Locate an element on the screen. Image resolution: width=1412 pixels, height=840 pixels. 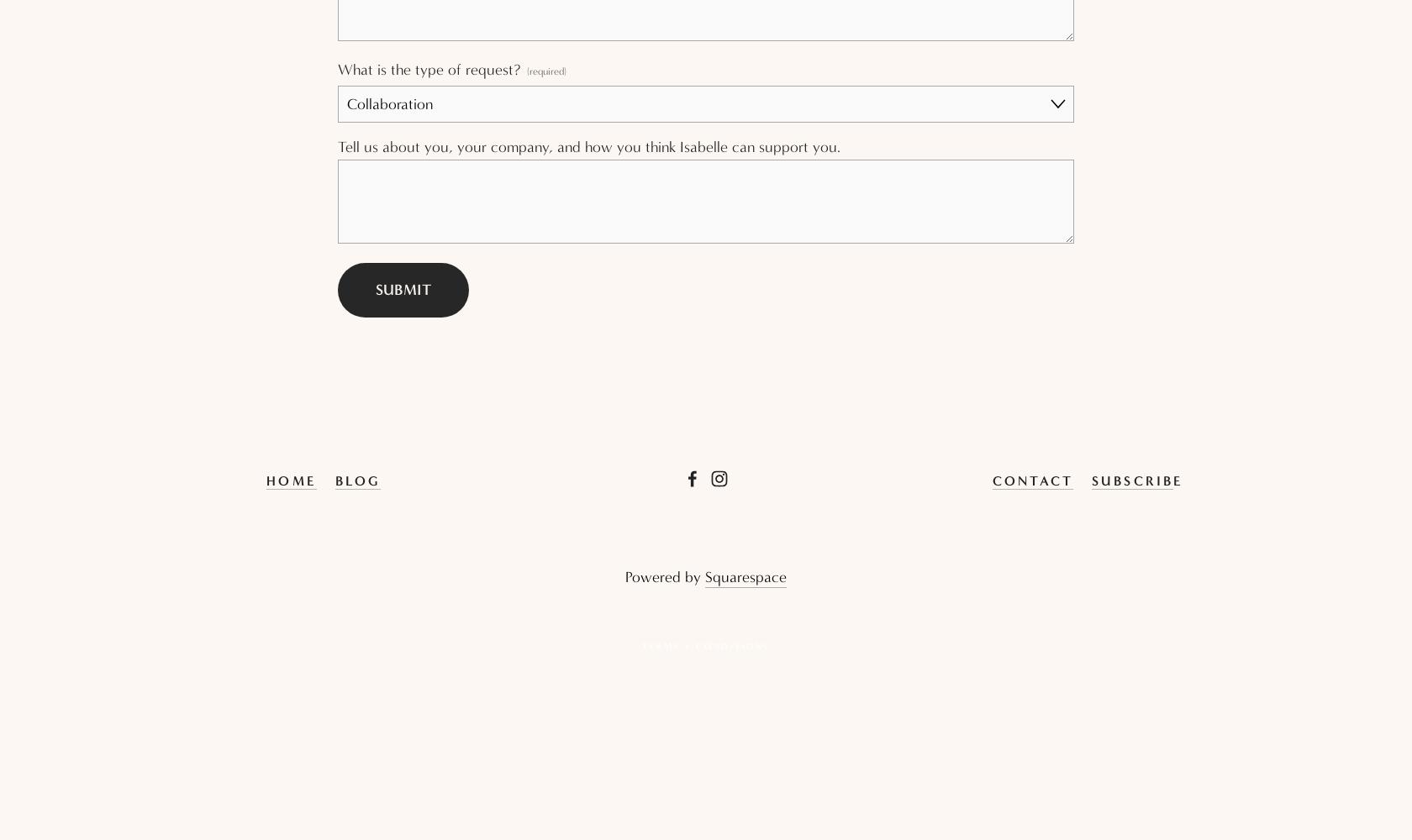
'Home' is located at coordinates (266, 479).